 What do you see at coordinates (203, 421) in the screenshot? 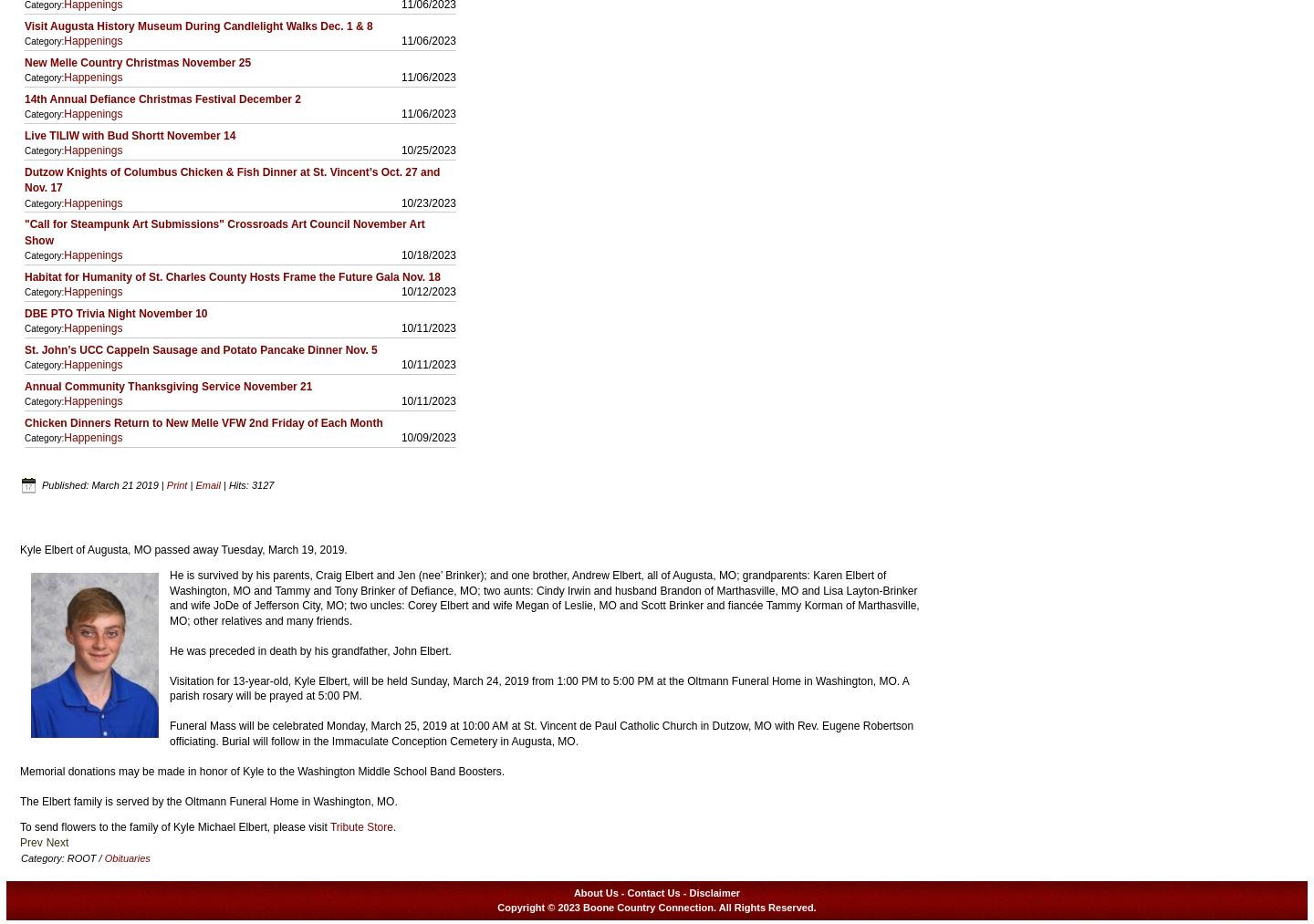
I see `'Chicken Dinners Return to New Melle VFW 2nd Friday of Each Month'` at bounding box center [203, 421].